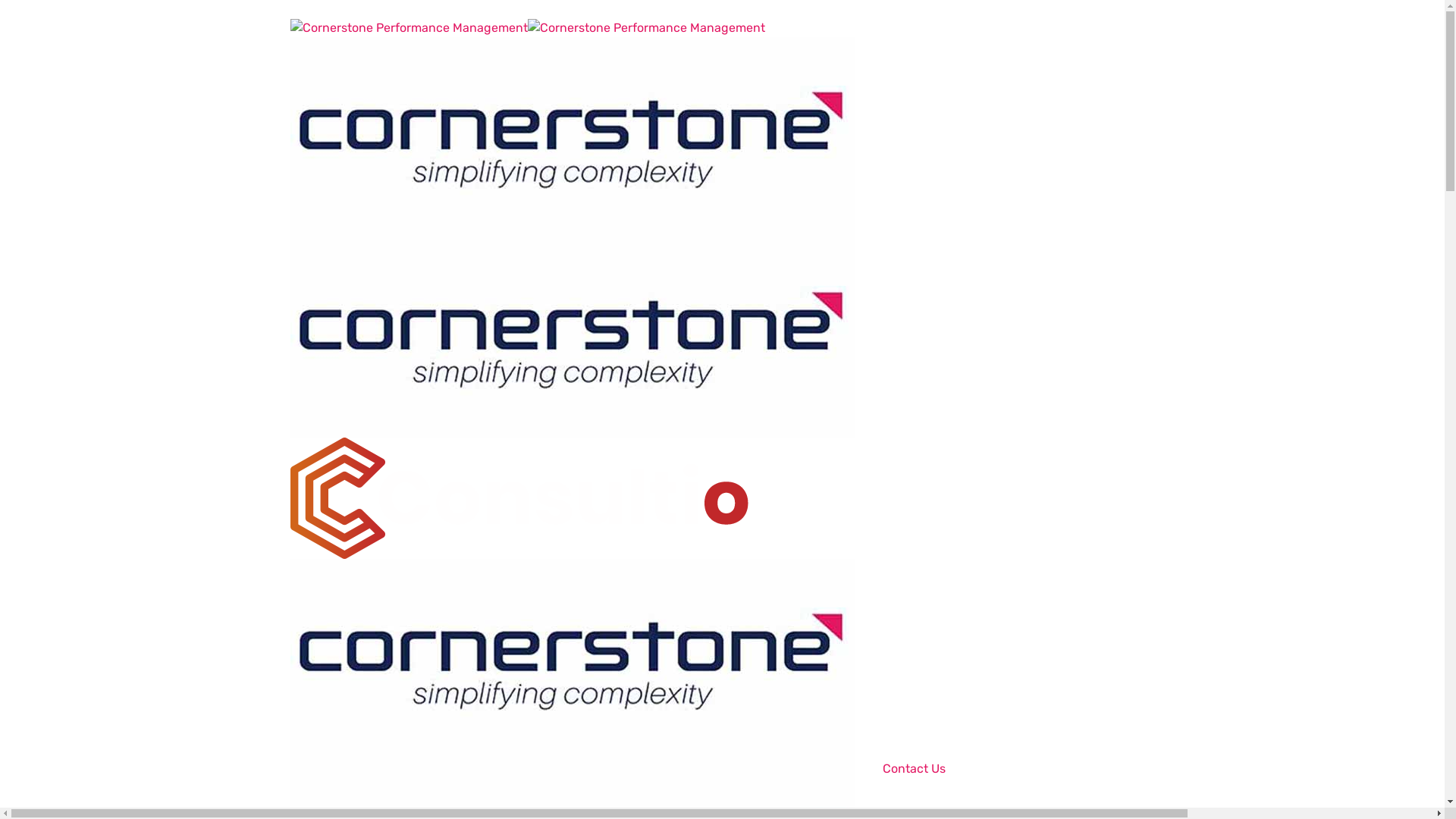 The width and height of the screenshot is (1456, 819). I want to click on 'Cornerstone Performance Management', so click(646, 27).